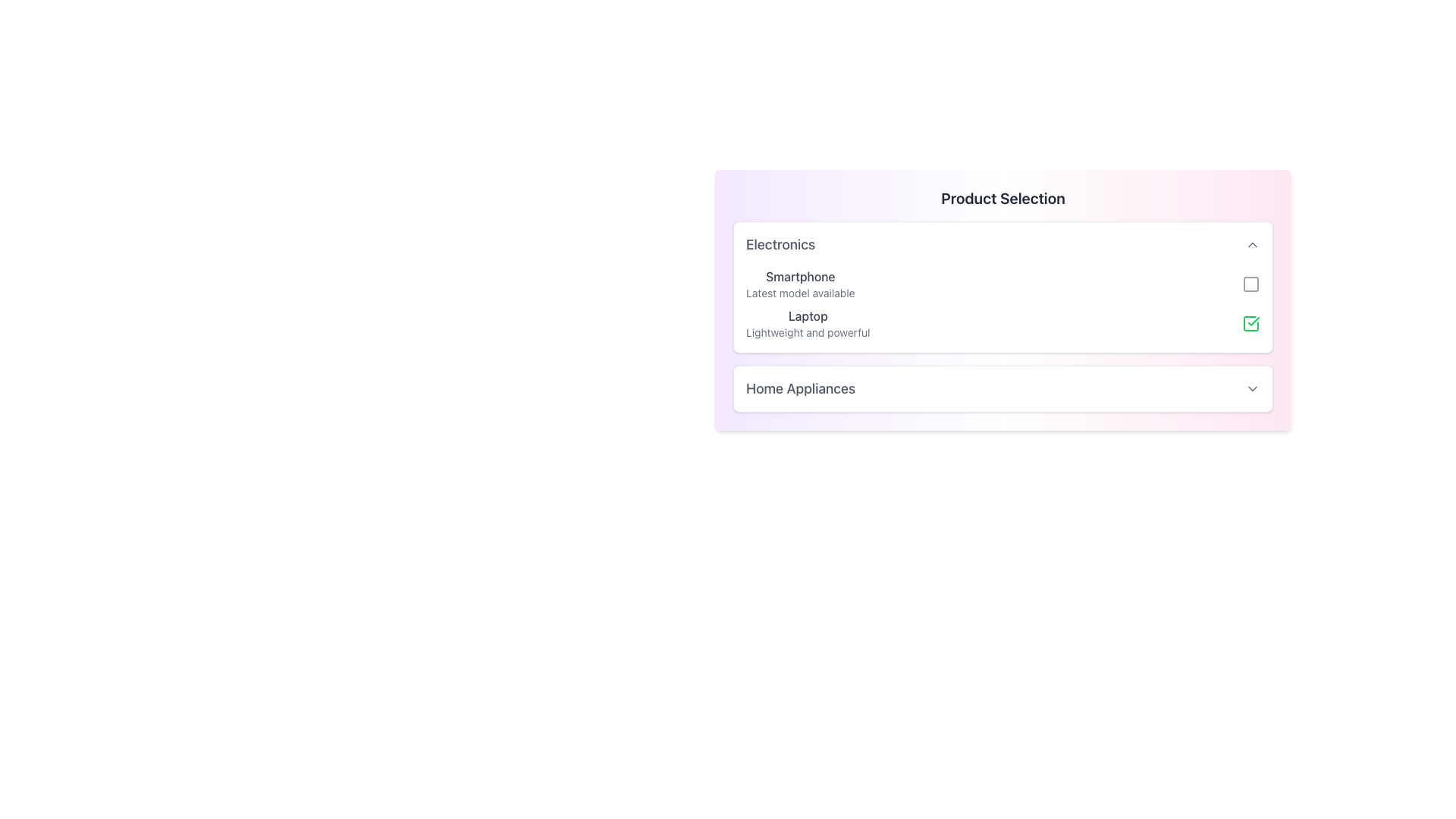  Describe the element at coordinates (1251, 323) in the screenshot. I see `the checkbox with a green border and a checkmark inside, positioned to the far right of the text 'Laptop'` at that location.